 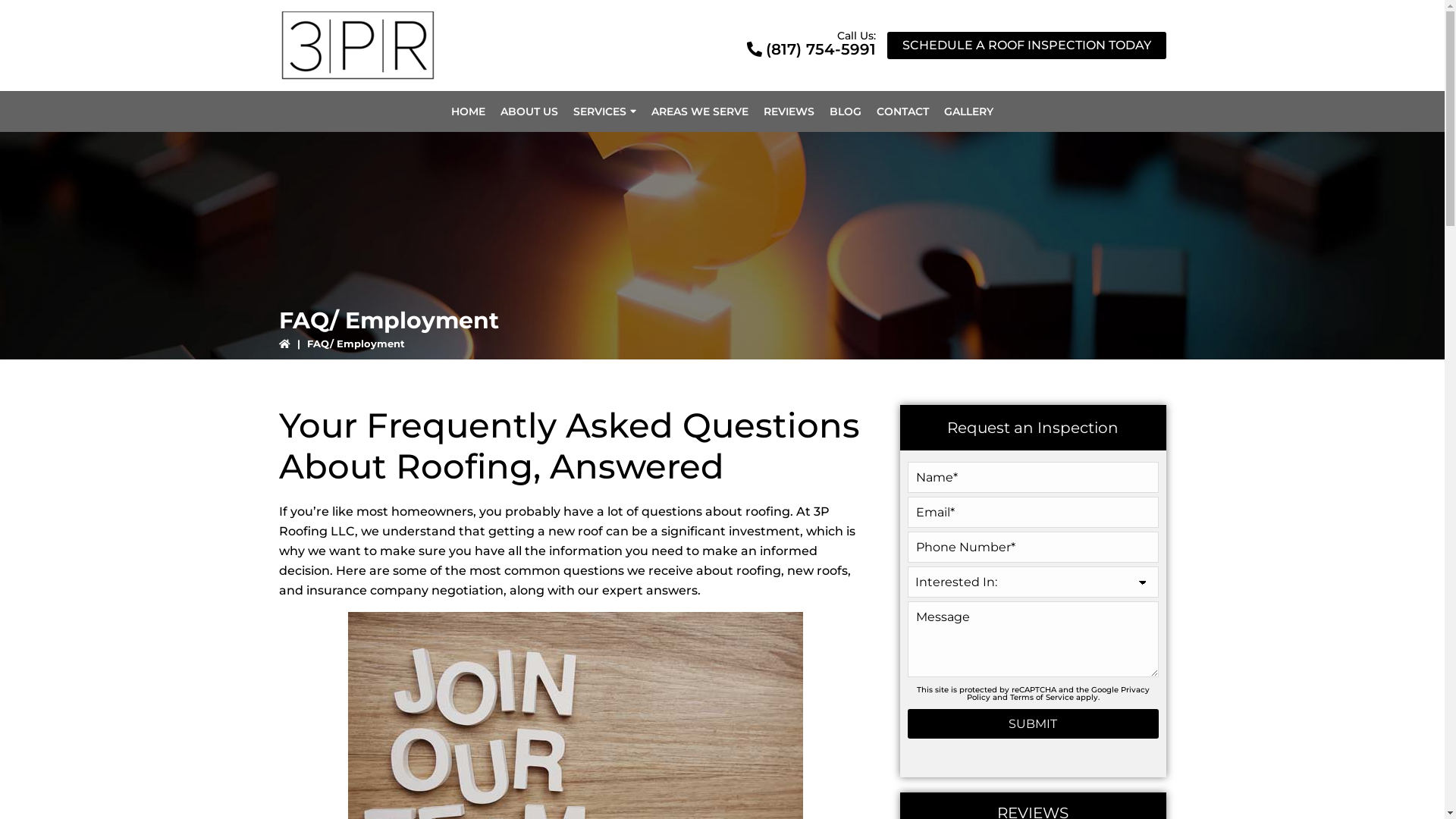 I want to click on '(817) 754-5991', so click(x=810, y=49).